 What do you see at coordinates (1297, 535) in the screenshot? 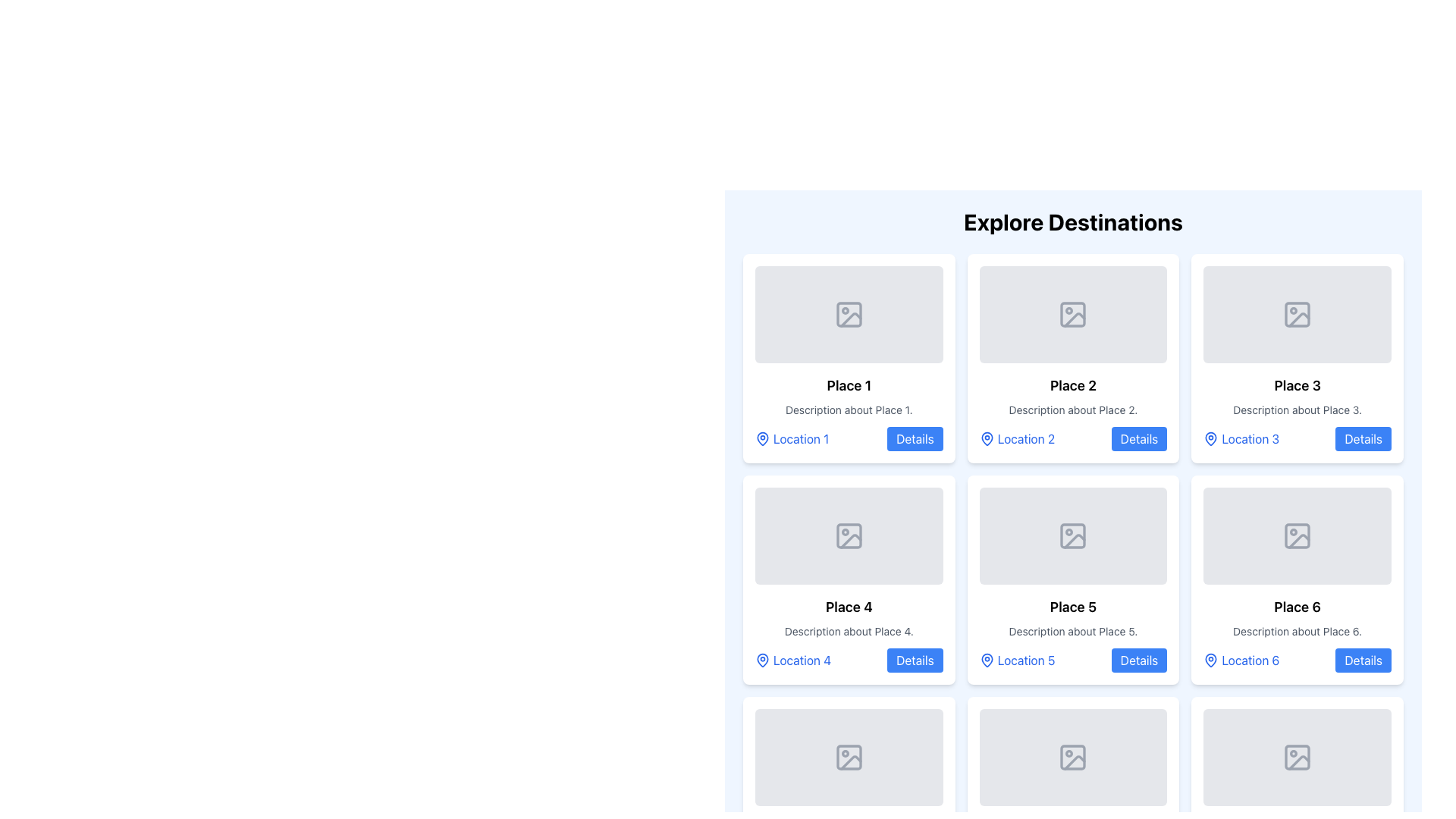
I see `the graphical decor located in the top-left corner of the placeholder image icon within the card labeled 'Place 6' in the bottom-right corner of the grid layout` at bounding box center [1297, 535].